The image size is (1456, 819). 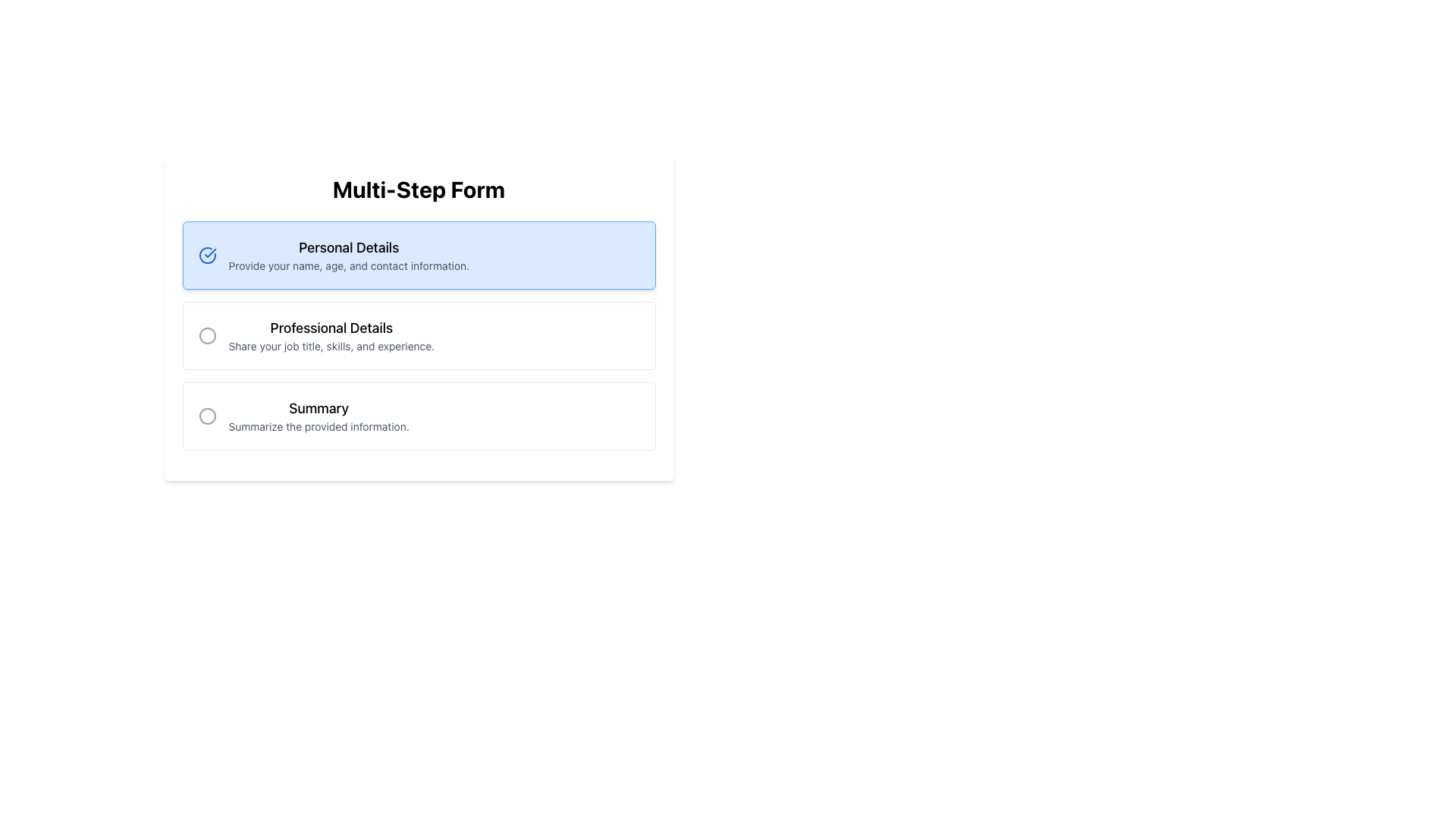 I want to click on explanatory text label located below the 'Summary' label in the multi-step form to clarify its purpose to the user, so click(x=318, y=427).